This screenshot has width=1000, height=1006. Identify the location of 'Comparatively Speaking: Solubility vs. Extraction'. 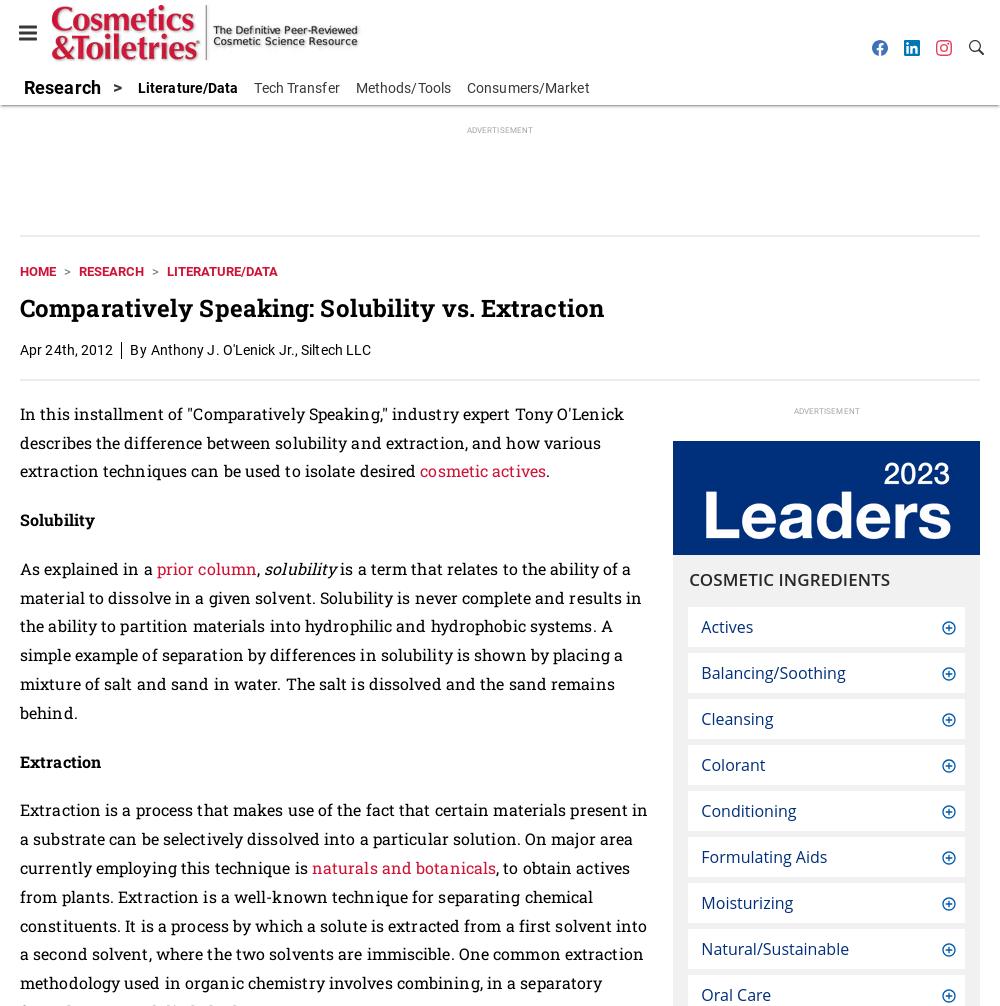
(311, 306).